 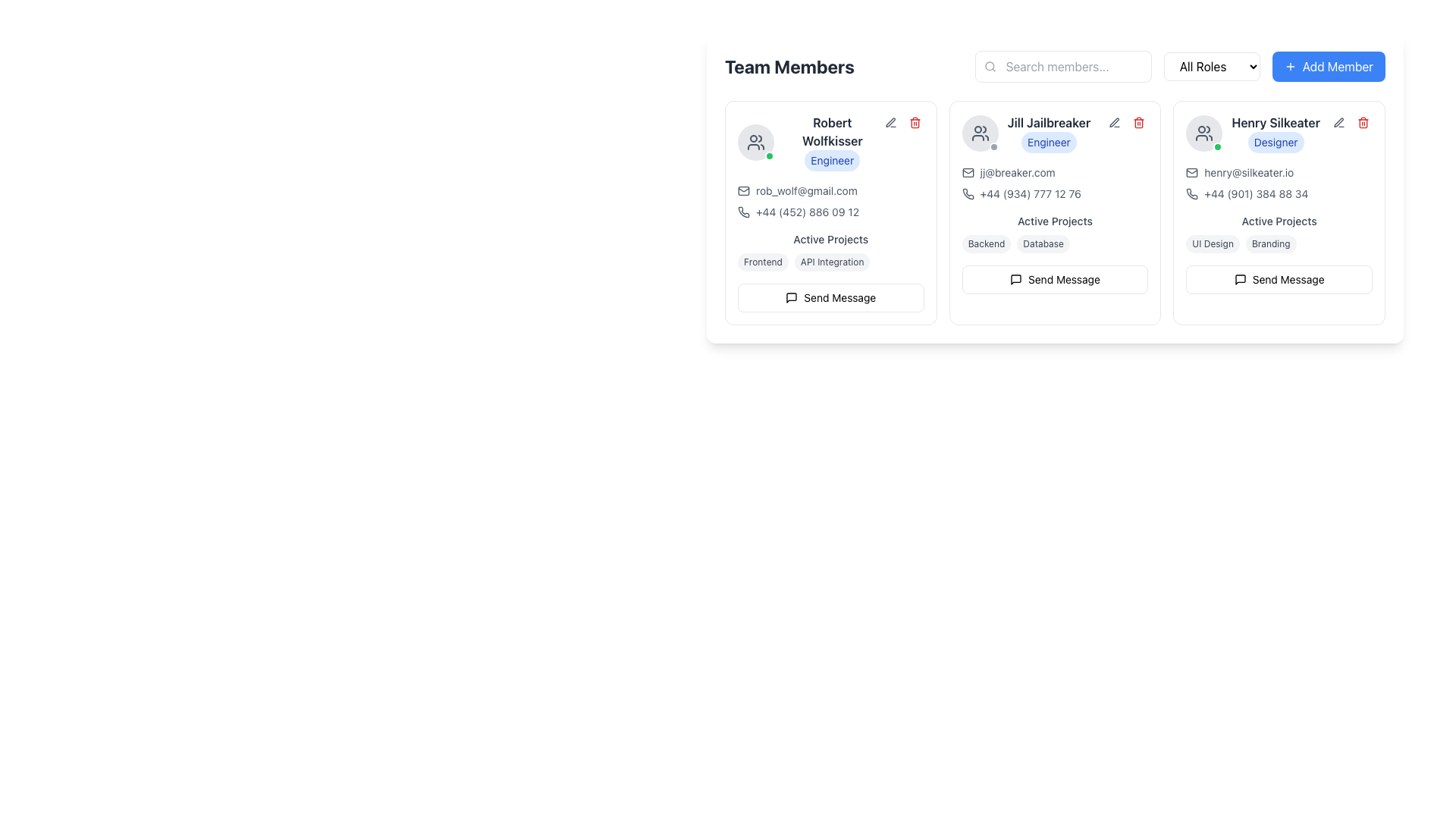 I want to click on the phone number displayed in the Information Display for Henry Silkeater to initiate a call, so click(x=1278, y=183).